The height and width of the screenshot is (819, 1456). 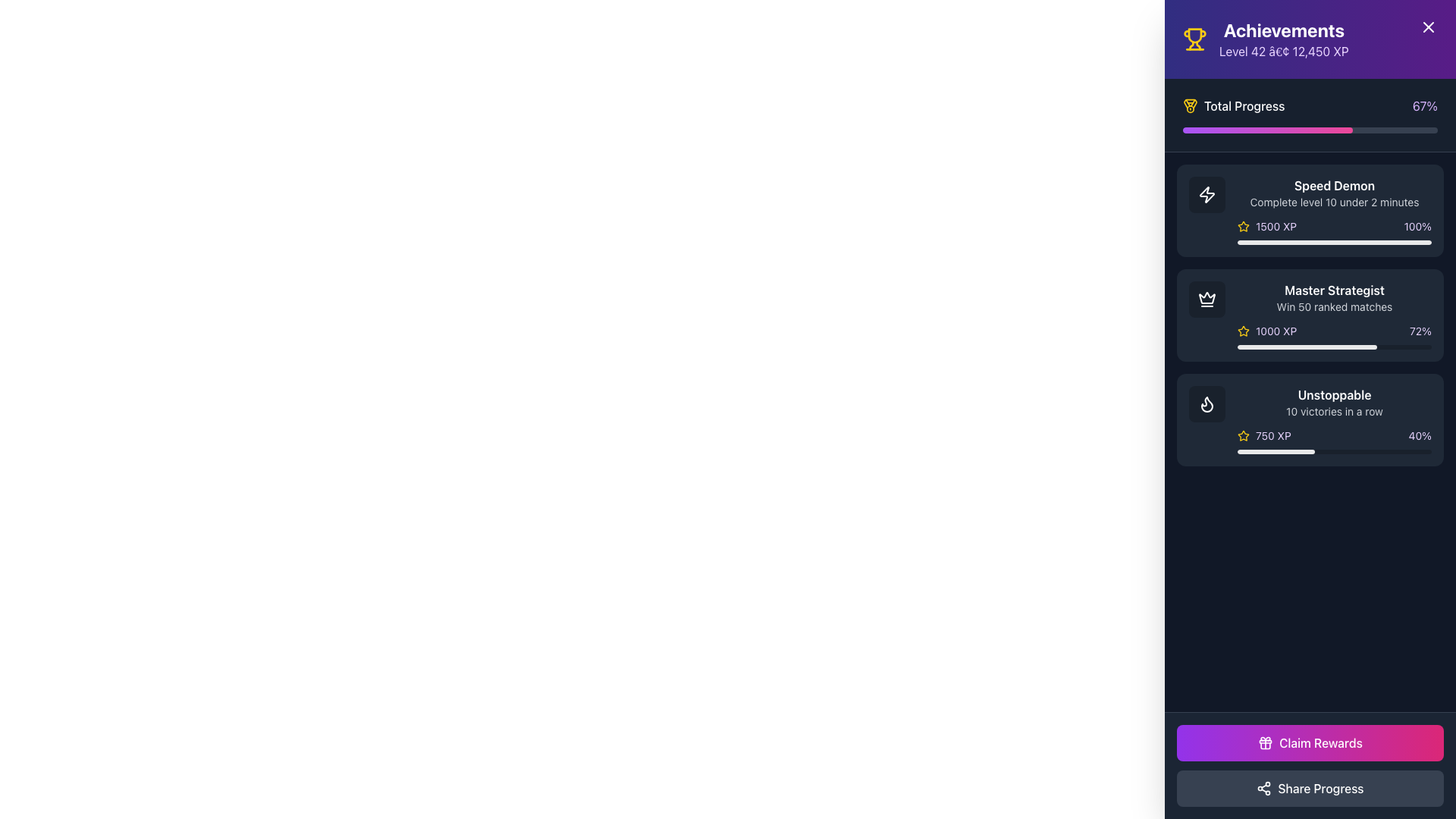 I want to click on the lightning bolt icon in the Achievements panel, which is located left of the 'Speed Demon' text and displayed within a rounded black rectangle, so click(x=1207, y=194).